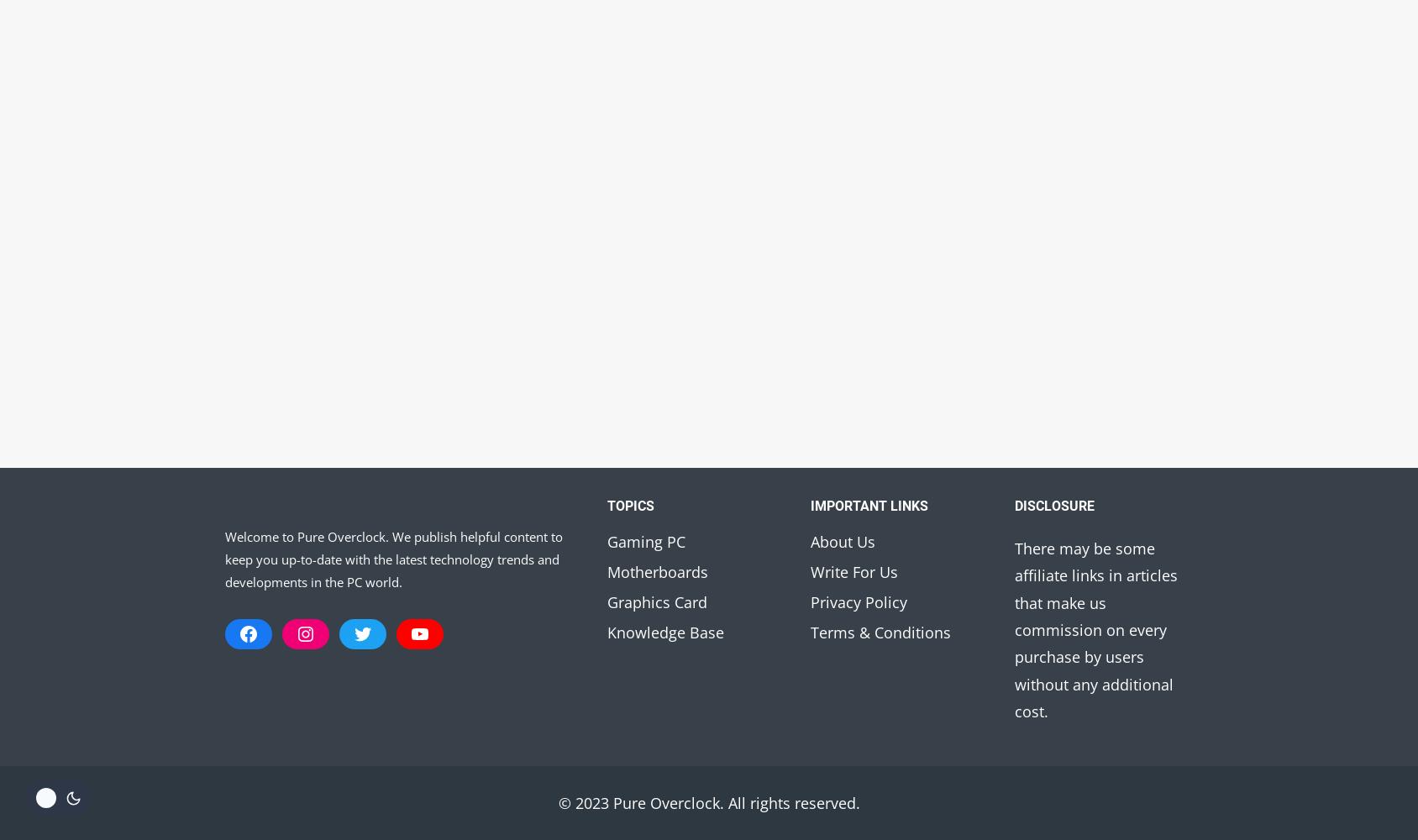  I want to click on 'Disclosure', so click(1053, 504).